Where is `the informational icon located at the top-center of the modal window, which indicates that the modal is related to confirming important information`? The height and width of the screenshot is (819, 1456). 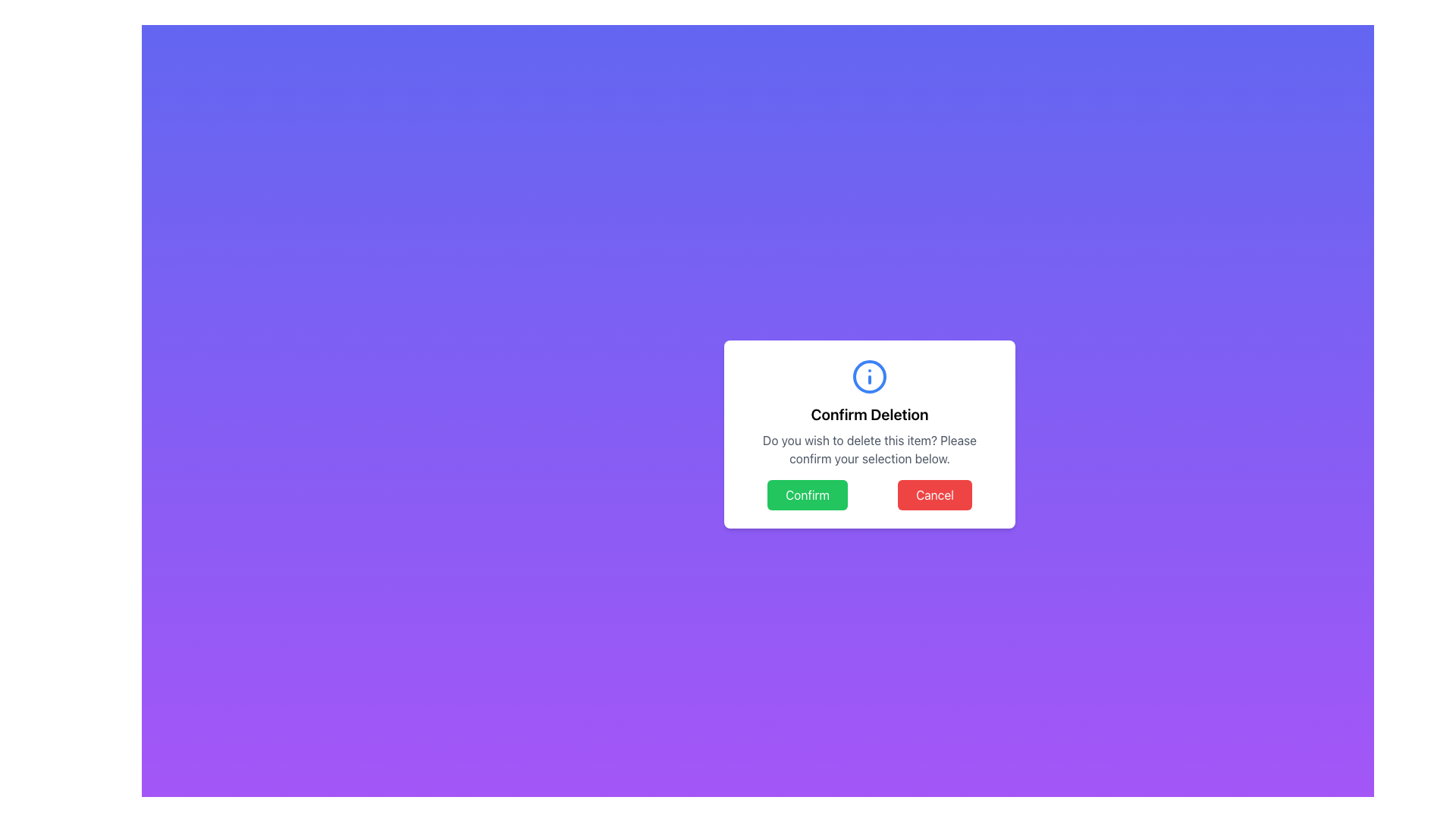 the informational icon located at the top-center of the modal window, which indicates that the modal is related to confirming important information is located at coordinates (870, 376).